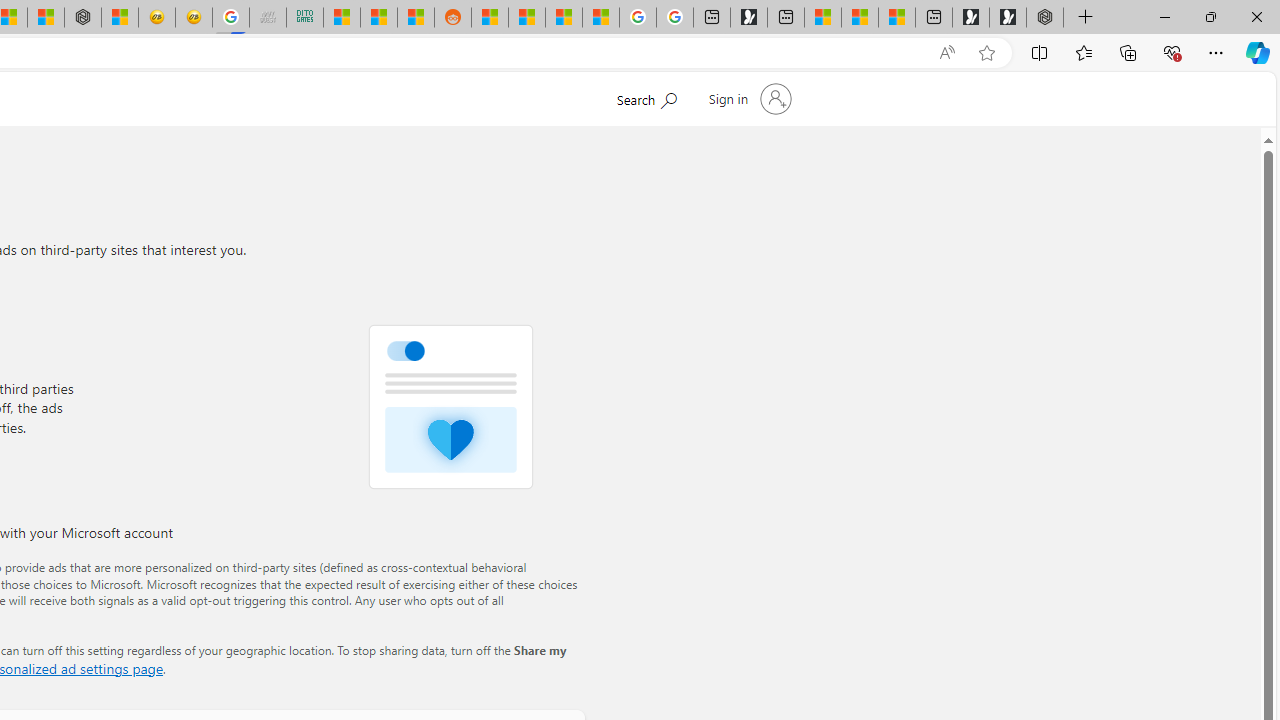 This screenshot has height=720, width=1280. Describe the element at coordinates (266, 17) in the screenshot. I see `'Navy Quest'` at that location.